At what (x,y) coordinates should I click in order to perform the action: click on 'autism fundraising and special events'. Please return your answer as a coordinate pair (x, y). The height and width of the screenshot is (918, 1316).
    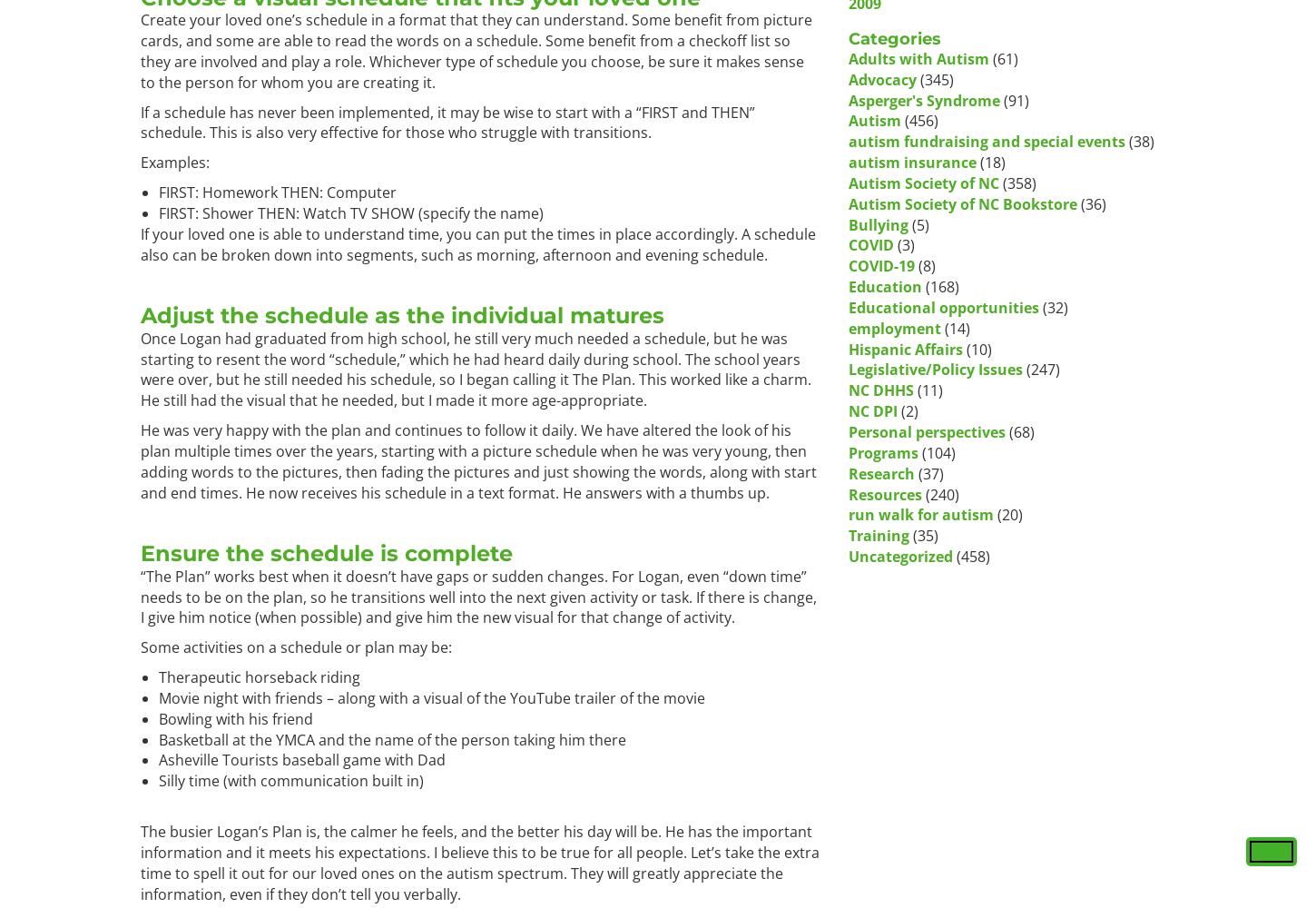
    Looking at the image, I should click on (987, 140).